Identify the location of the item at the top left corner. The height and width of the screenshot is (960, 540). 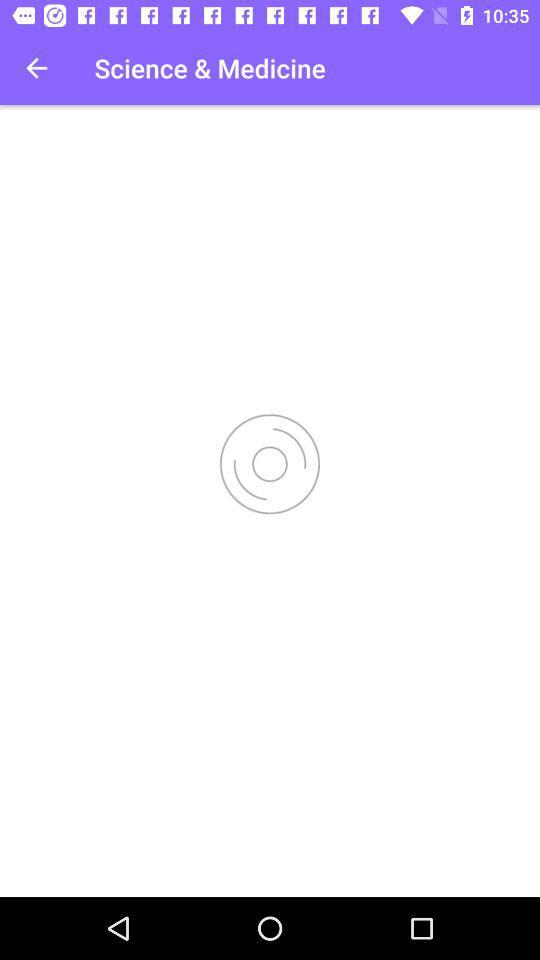
(36, 68).